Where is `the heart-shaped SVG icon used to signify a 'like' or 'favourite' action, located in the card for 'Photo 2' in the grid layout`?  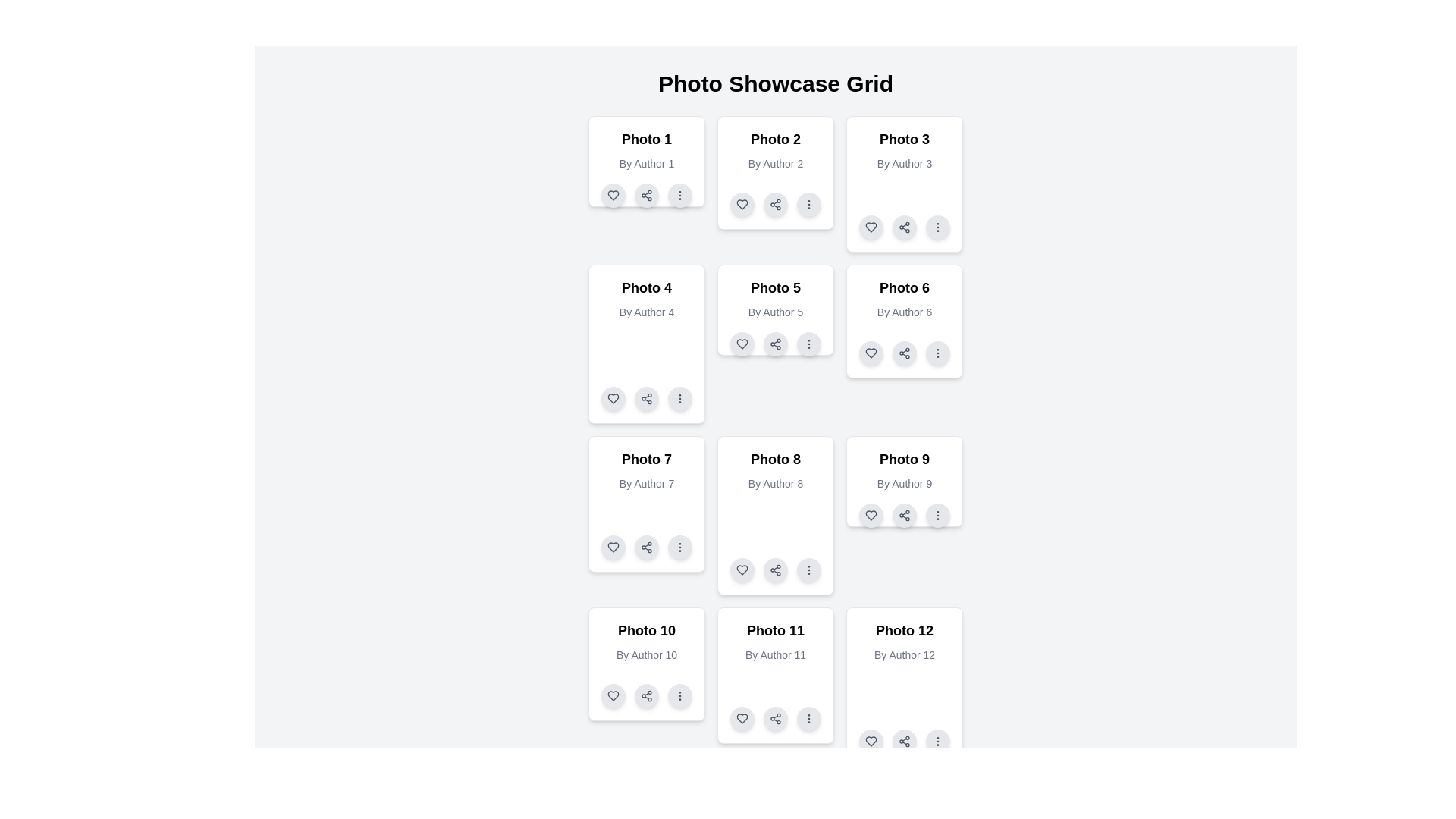
the heart-shaped SVG icon used to signify a 'like' or 'favourite' action, located in the card for 'Photo 2' in the grid layout is located at coordinates (742, 205).